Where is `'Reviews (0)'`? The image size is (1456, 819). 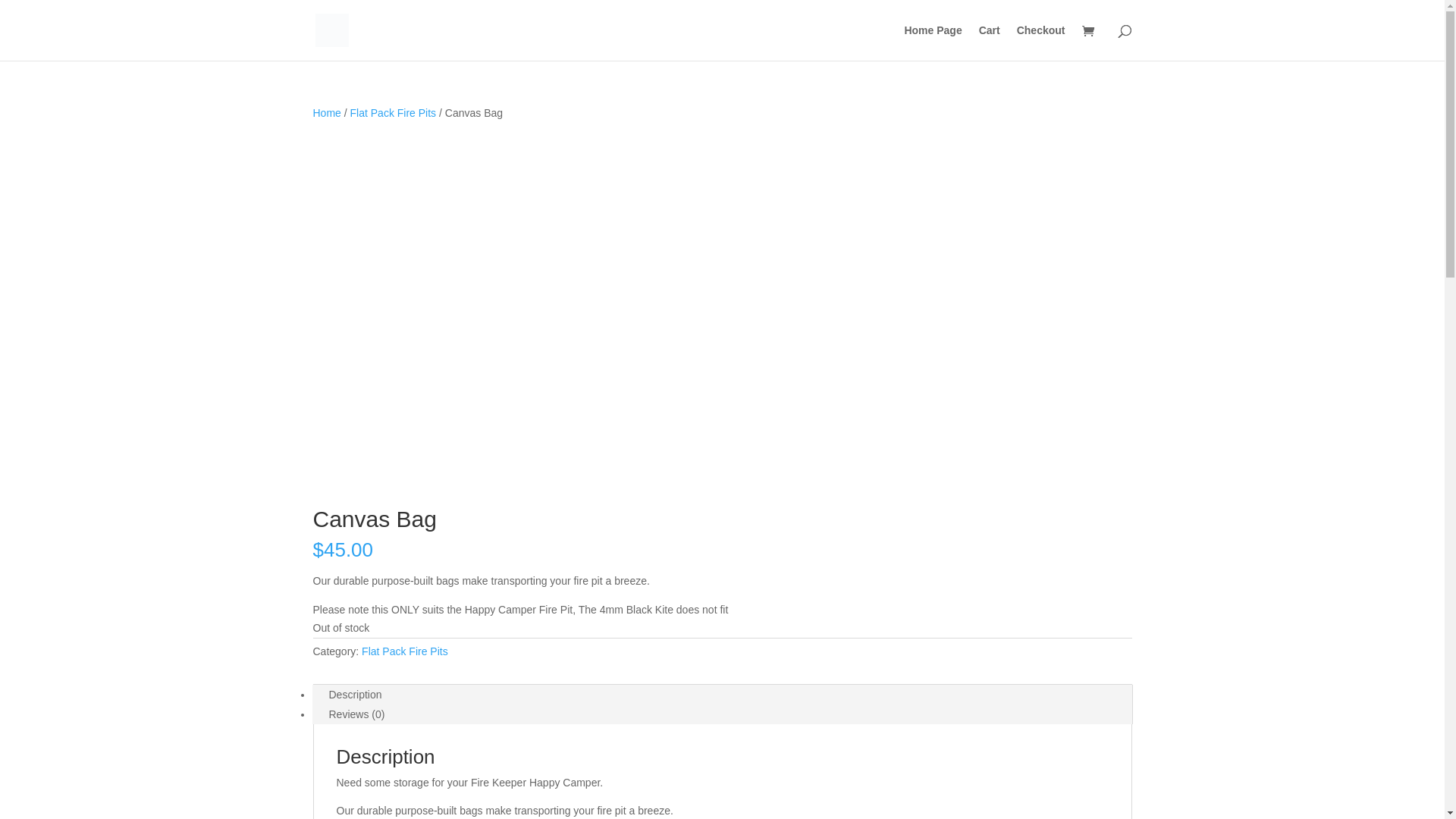 'Reviews (0)' is located at coordinates (356, 714).